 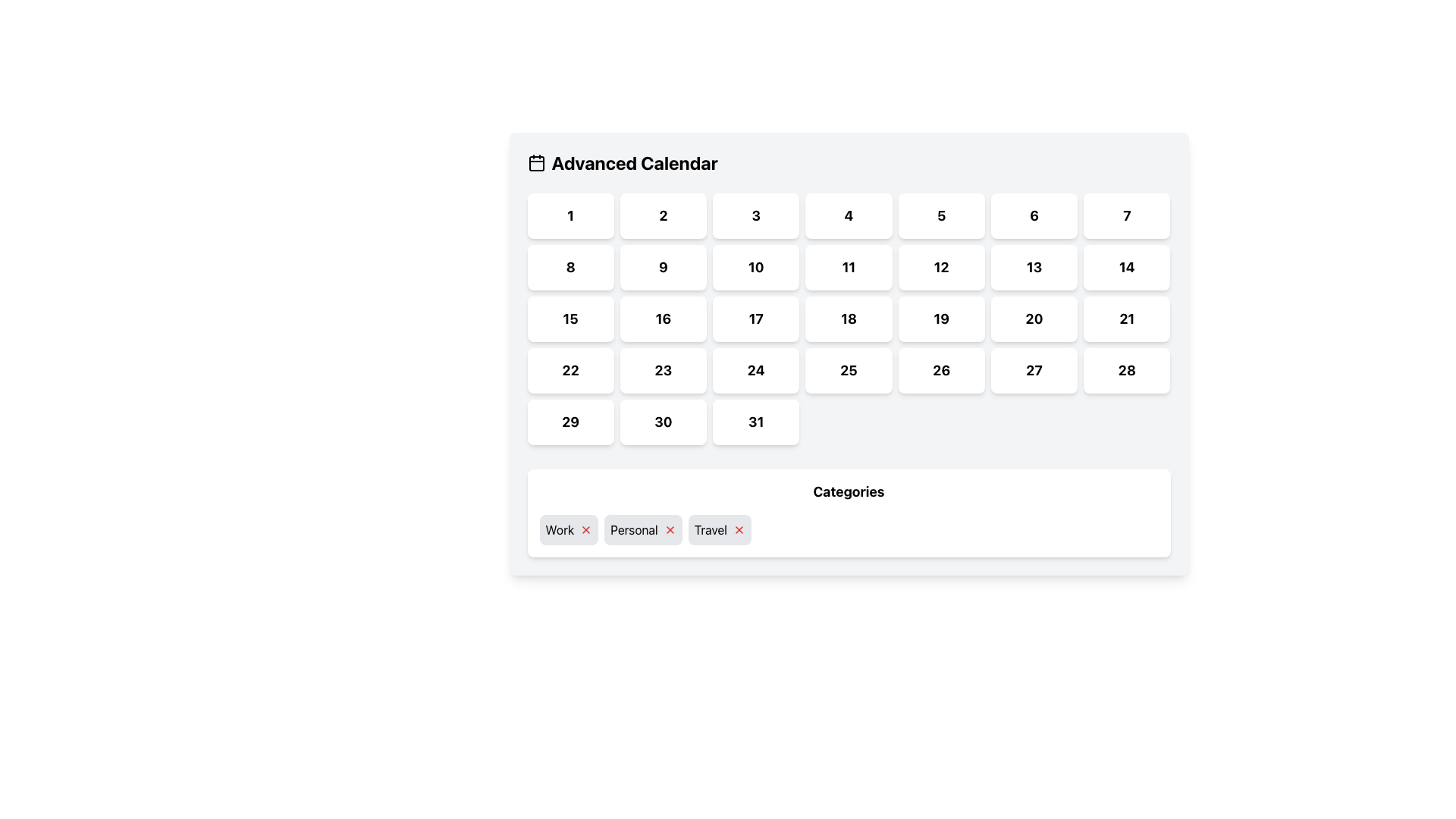 What do you see at coordinates (940, 318) in the screenshot?
I see `the white rounded rectangle button displaying the bold number '19'` at bounding box center [940, 318].